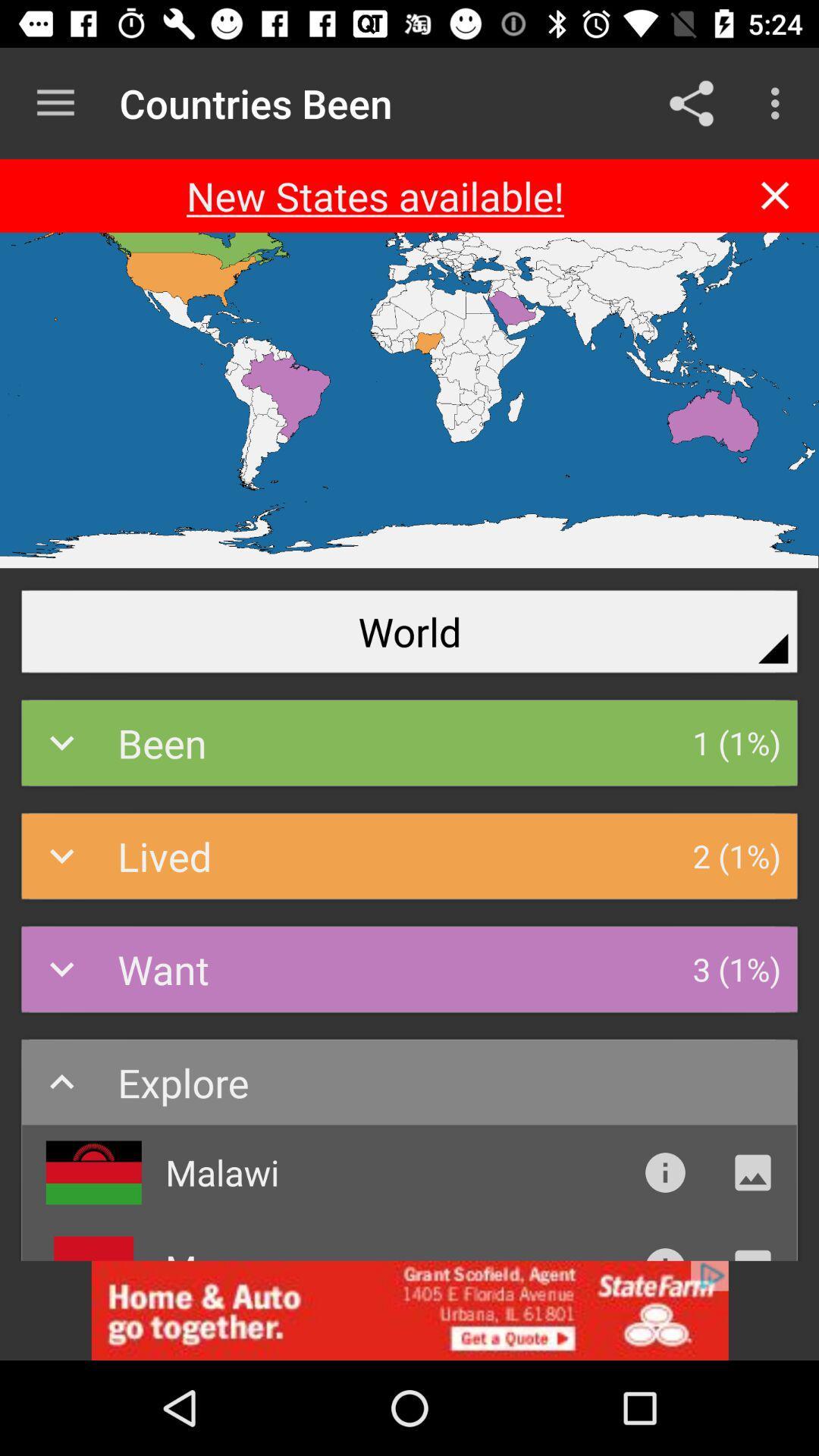 The image size is (819, 1456). I want to click on instruction, so click(664, 1172).